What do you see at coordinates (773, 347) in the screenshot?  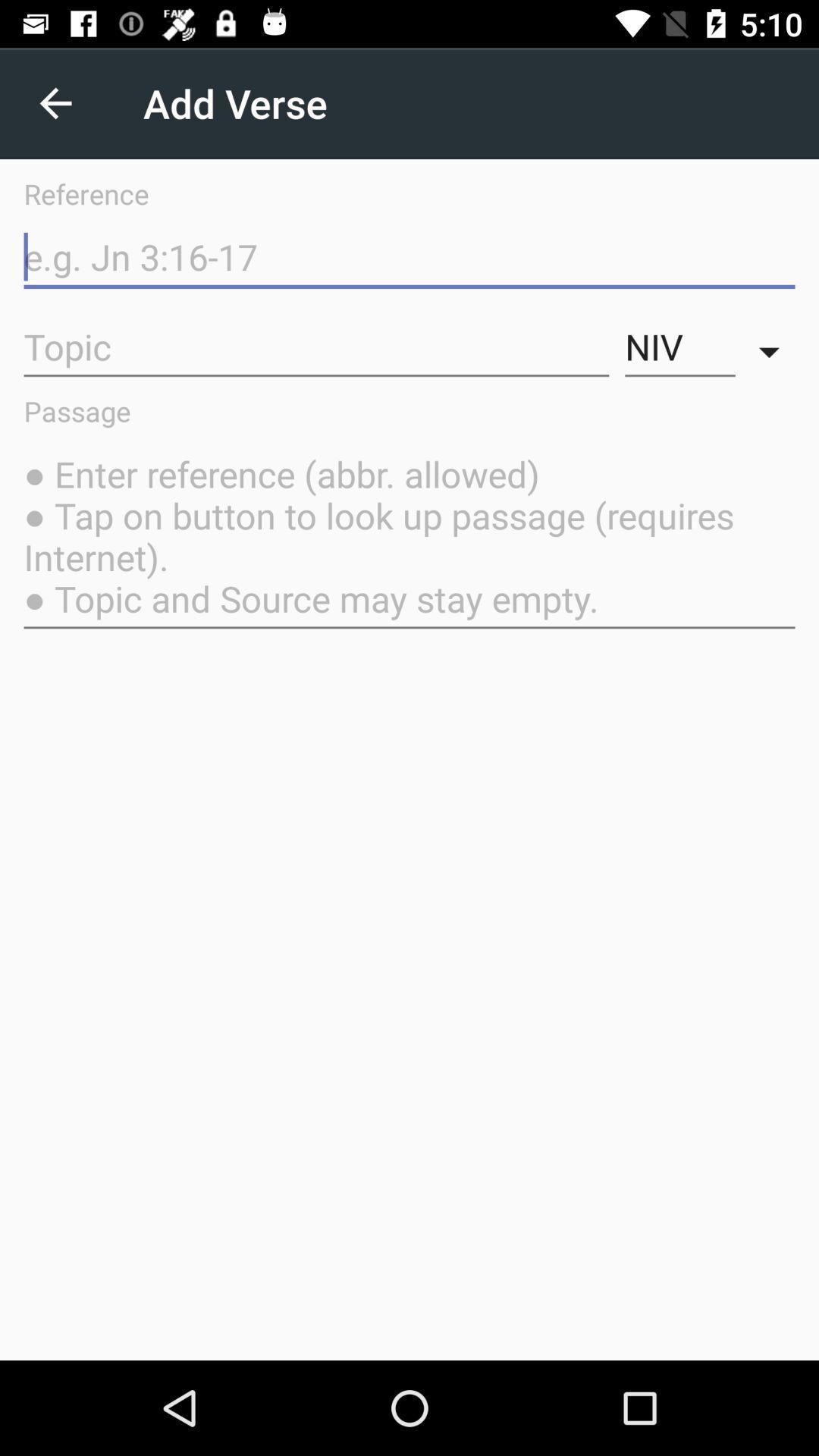 I see `the icon next to niv` at bounding box center [773, 347].